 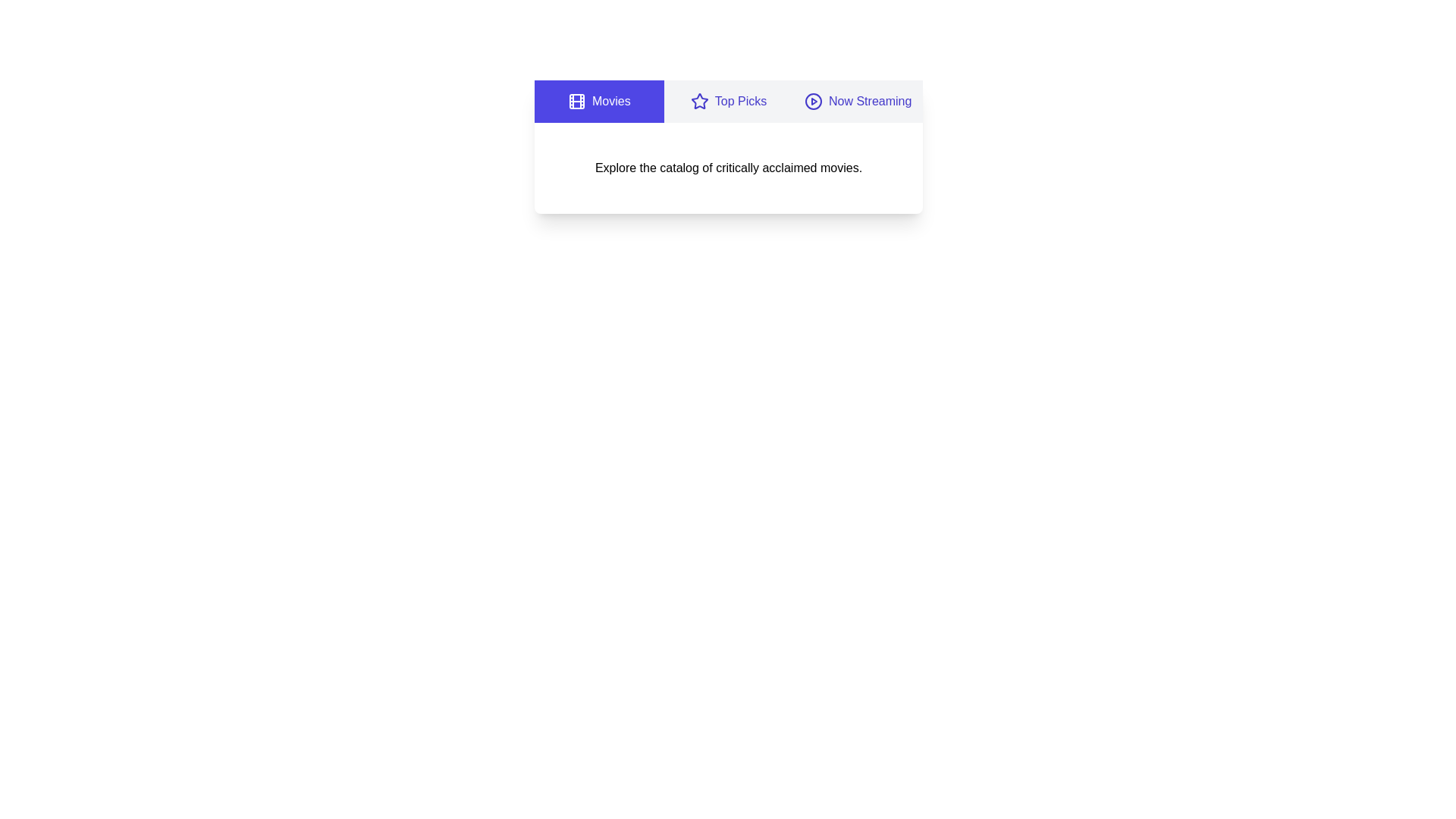 I want to click on the tab corresponding to Now Streaming, so click(x=858, y=102).